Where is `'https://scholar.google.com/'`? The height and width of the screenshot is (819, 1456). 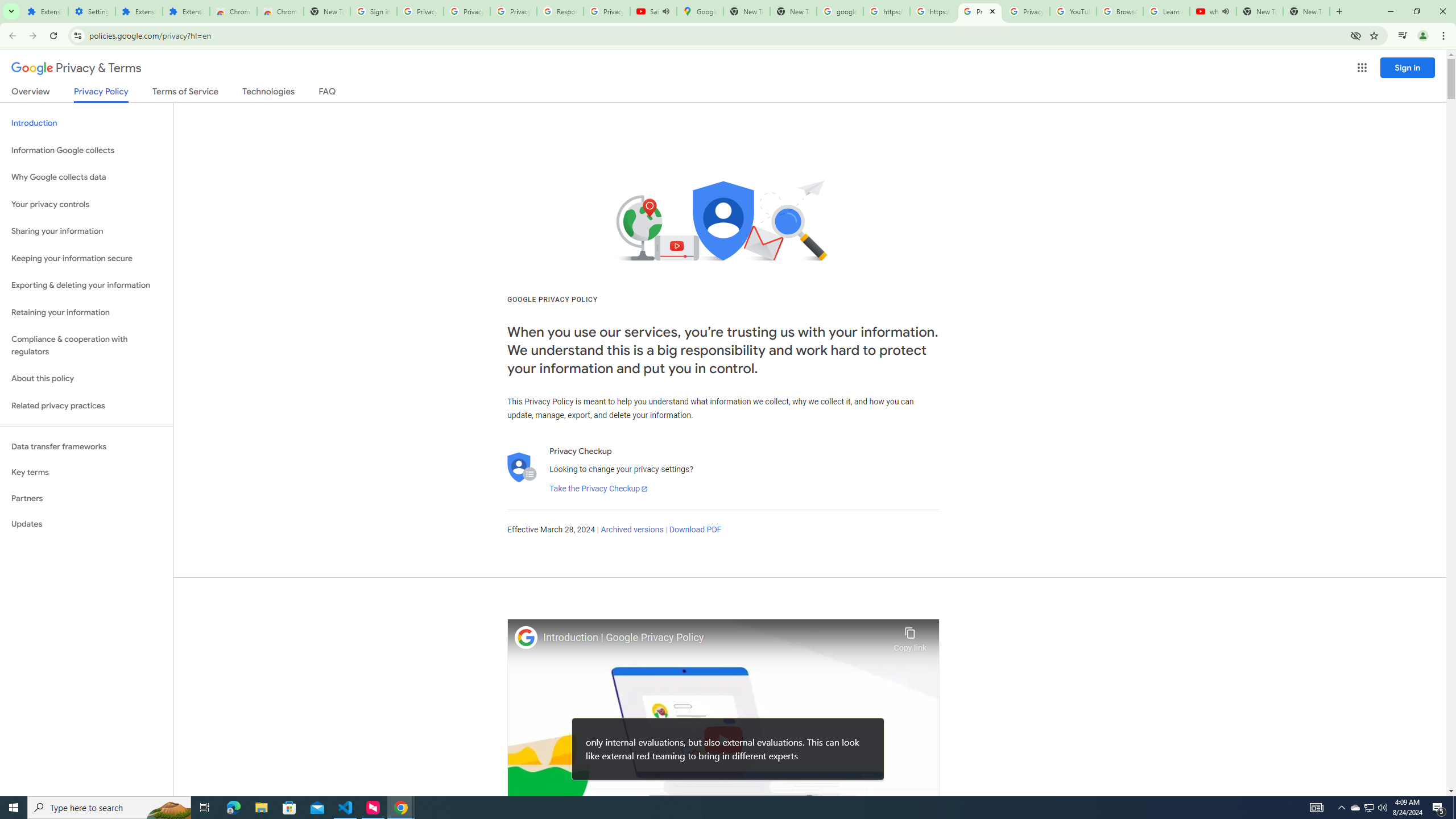 'https://scholar.google.com/' is located at coordinates (932, 11).